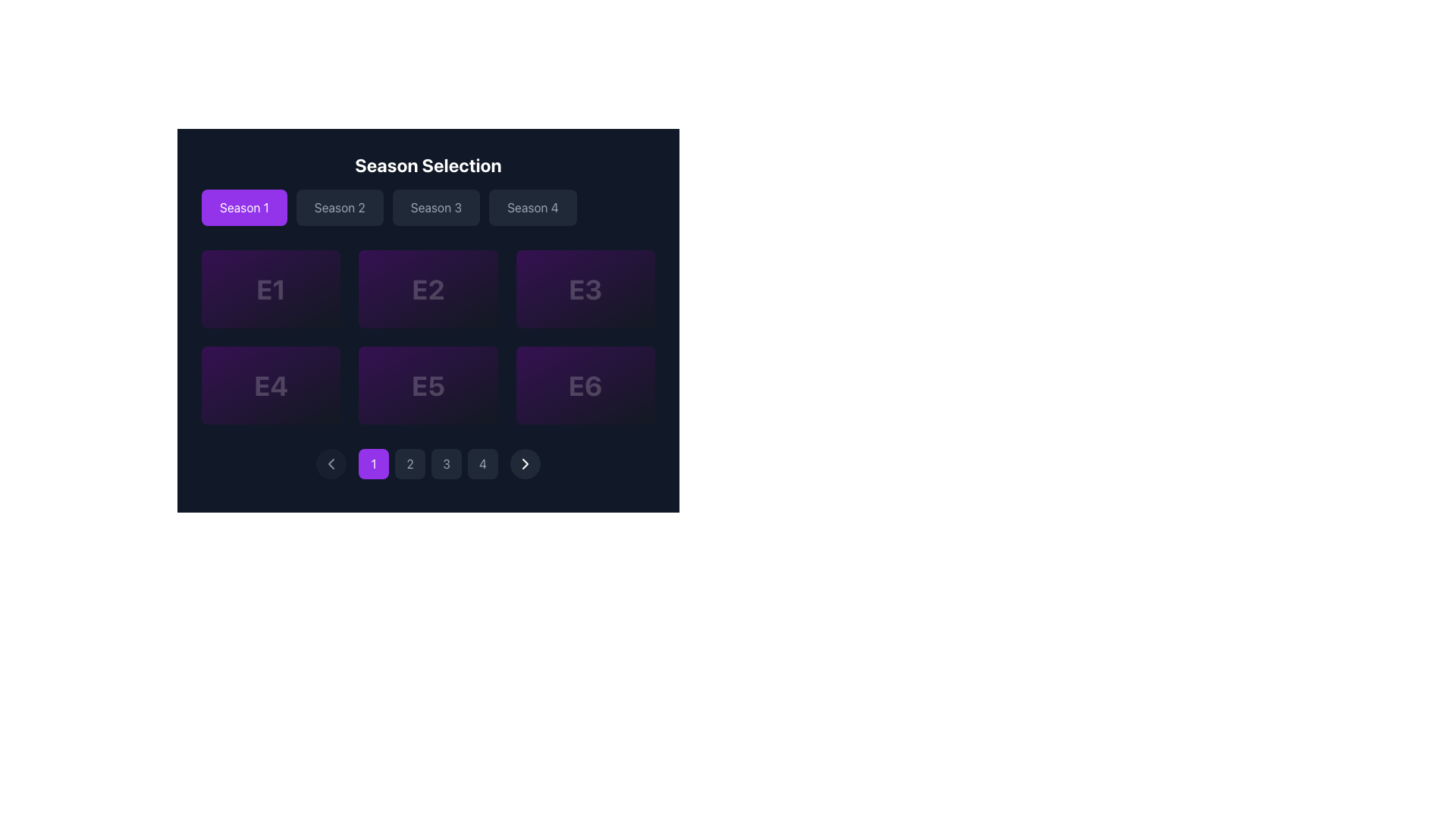  What do you see at coordinates (244, 207) in the screenshot?
I see `the leftmost button labeled 'Season 1'` at bounding box center [244, 207].